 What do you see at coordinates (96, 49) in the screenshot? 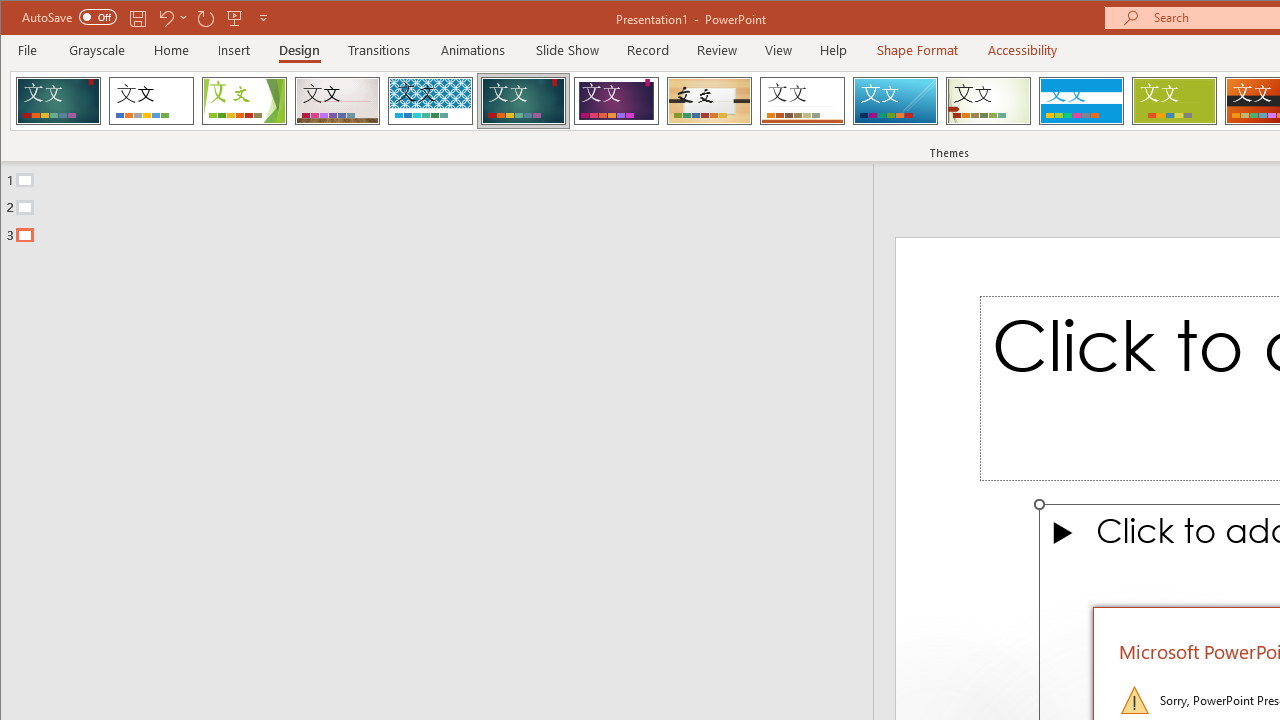
I see `'Grayscale'` at bounding box center [96, 49].